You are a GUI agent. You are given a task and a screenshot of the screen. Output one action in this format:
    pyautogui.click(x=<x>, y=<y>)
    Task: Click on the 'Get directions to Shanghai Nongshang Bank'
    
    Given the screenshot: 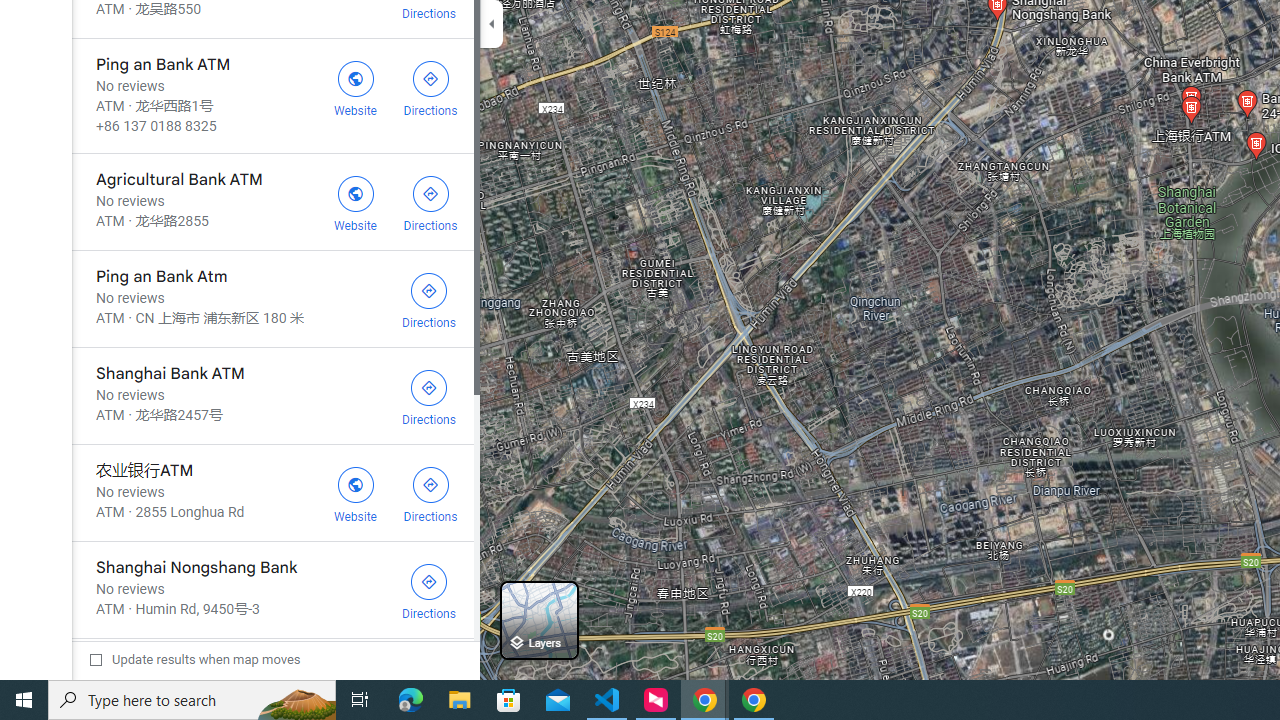 What is the action you would take?
    pyautogui.click(x=428, y=589)
    